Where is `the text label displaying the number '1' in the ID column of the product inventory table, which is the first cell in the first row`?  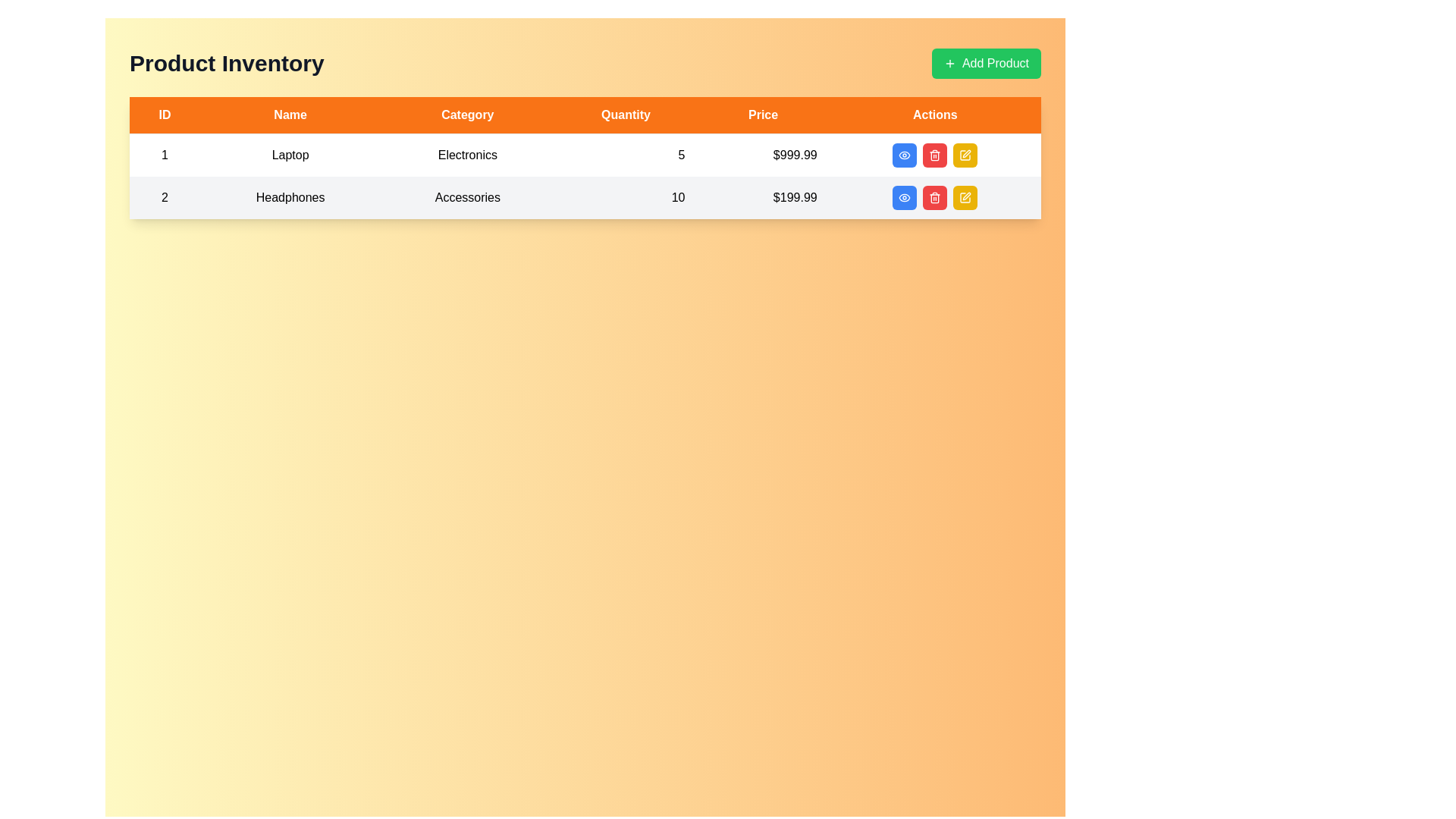 the text label displaying the number '1' in the ID column of the product inventory table, which is the first cell in the first row is located at coordinates (165, 155).